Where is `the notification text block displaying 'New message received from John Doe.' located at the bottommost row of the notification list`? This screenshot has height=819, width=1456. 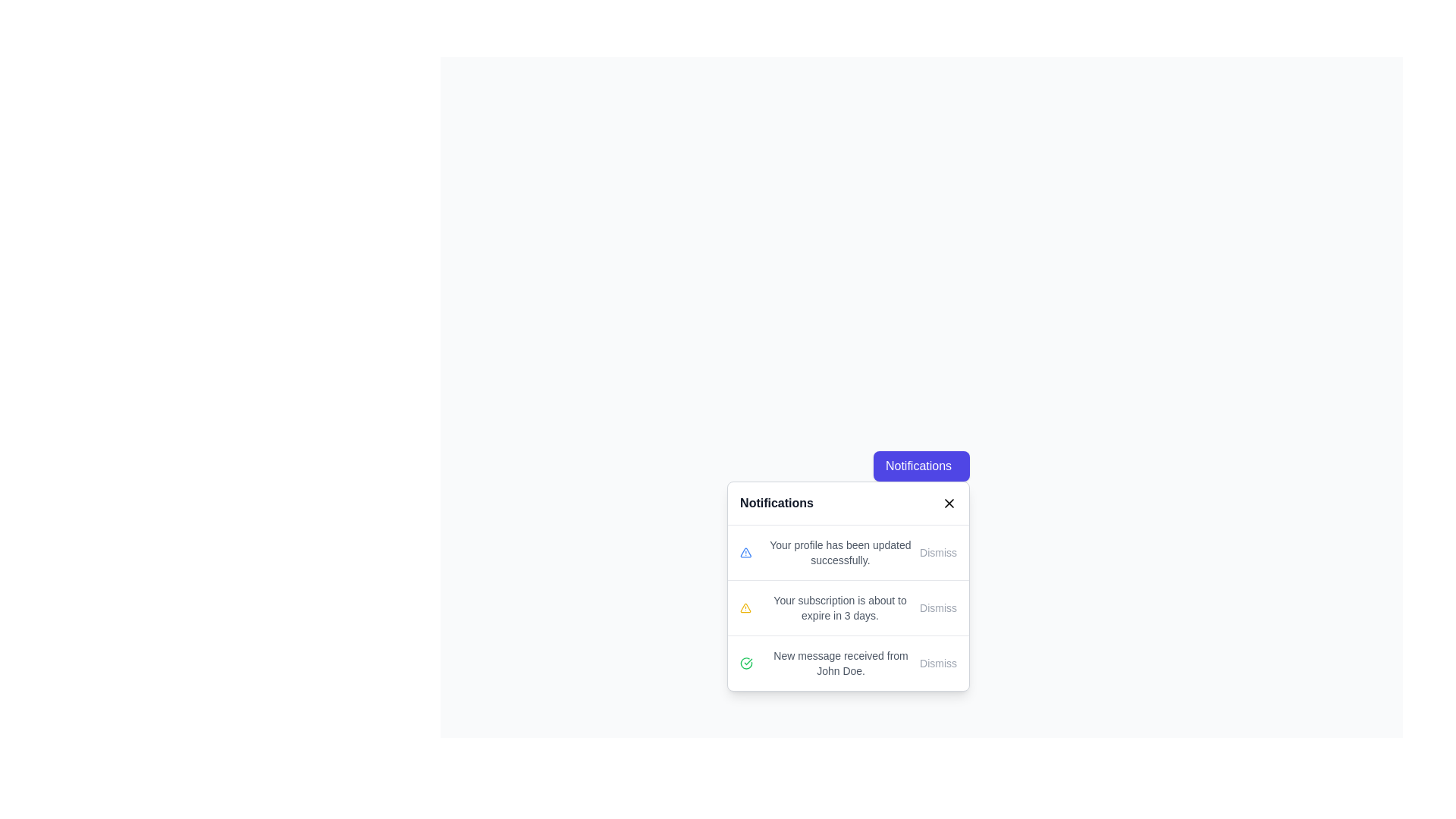 the notification text block displaying 'New message received from John Doe.' located at the bottommost row of the notification list is located at coordinates (839, 663).